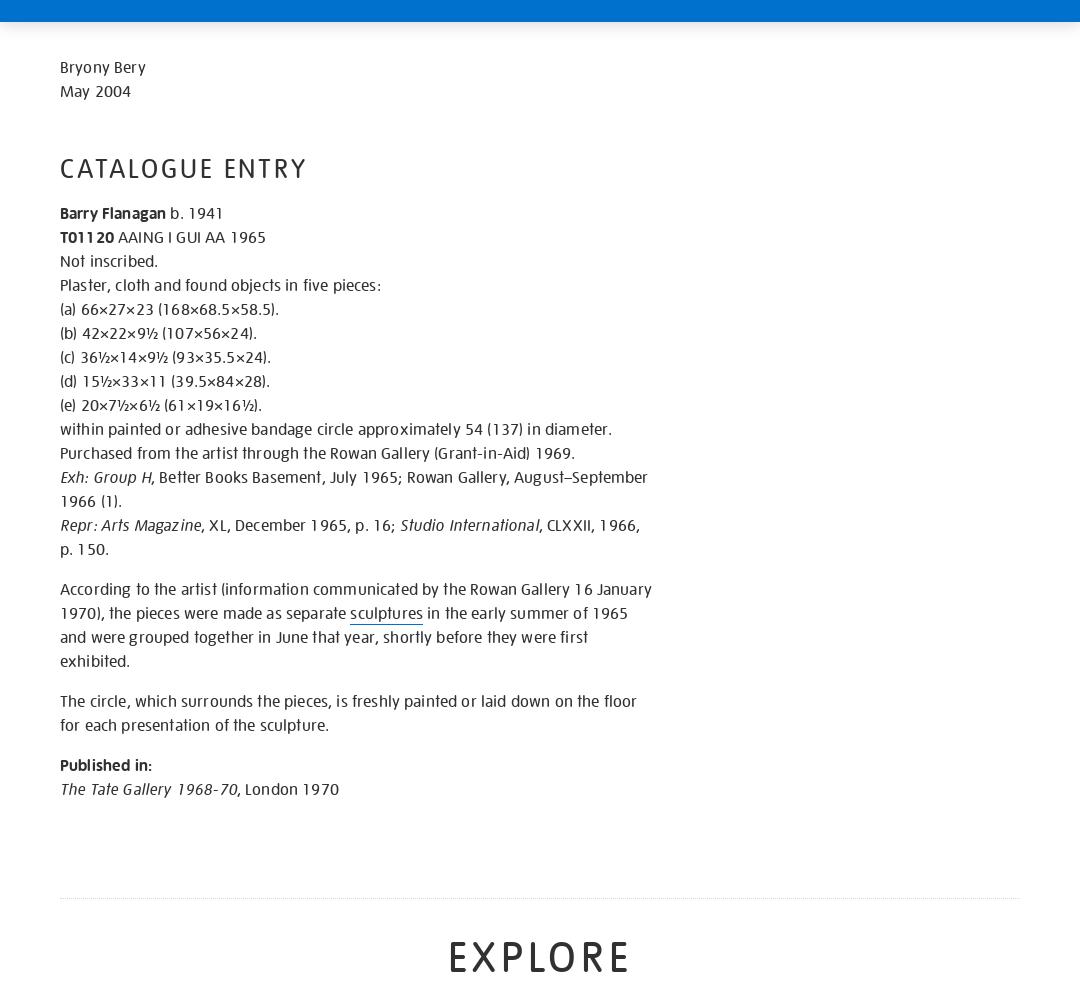  What do you see at coordinates (183, 168) in the screenshot?
I see `'Catalogue entry'` at bounding box center [183, 168].